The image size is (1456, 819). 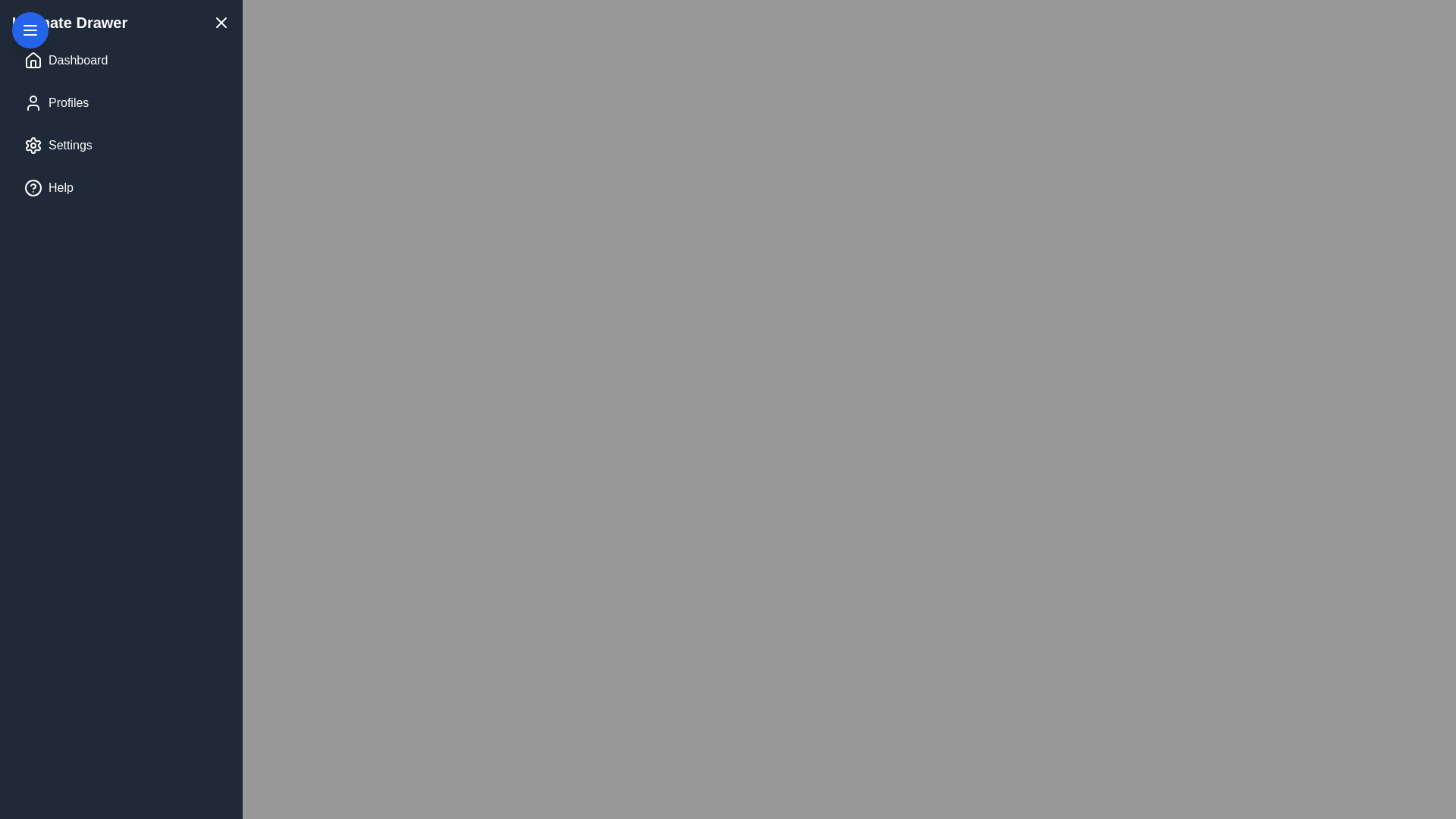 What do you see at coordinates (69, 146) in the screenshot?
I see `the 'Settings' menu item in the sidebar` at bounding box center [69, 146].